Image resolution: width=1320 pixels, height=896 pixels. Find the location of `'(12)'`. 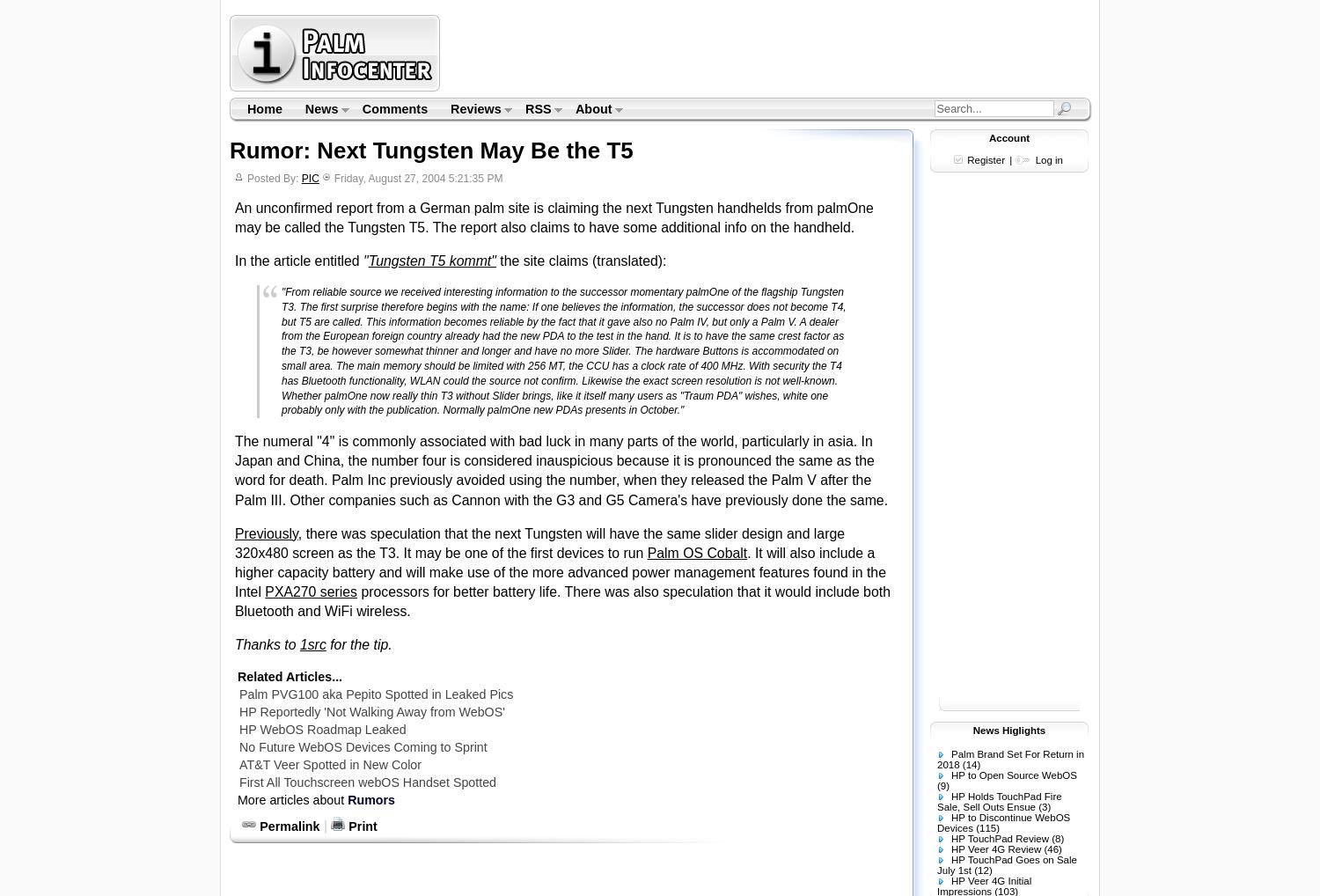

'(12)' is located at coordinates (982, 870).